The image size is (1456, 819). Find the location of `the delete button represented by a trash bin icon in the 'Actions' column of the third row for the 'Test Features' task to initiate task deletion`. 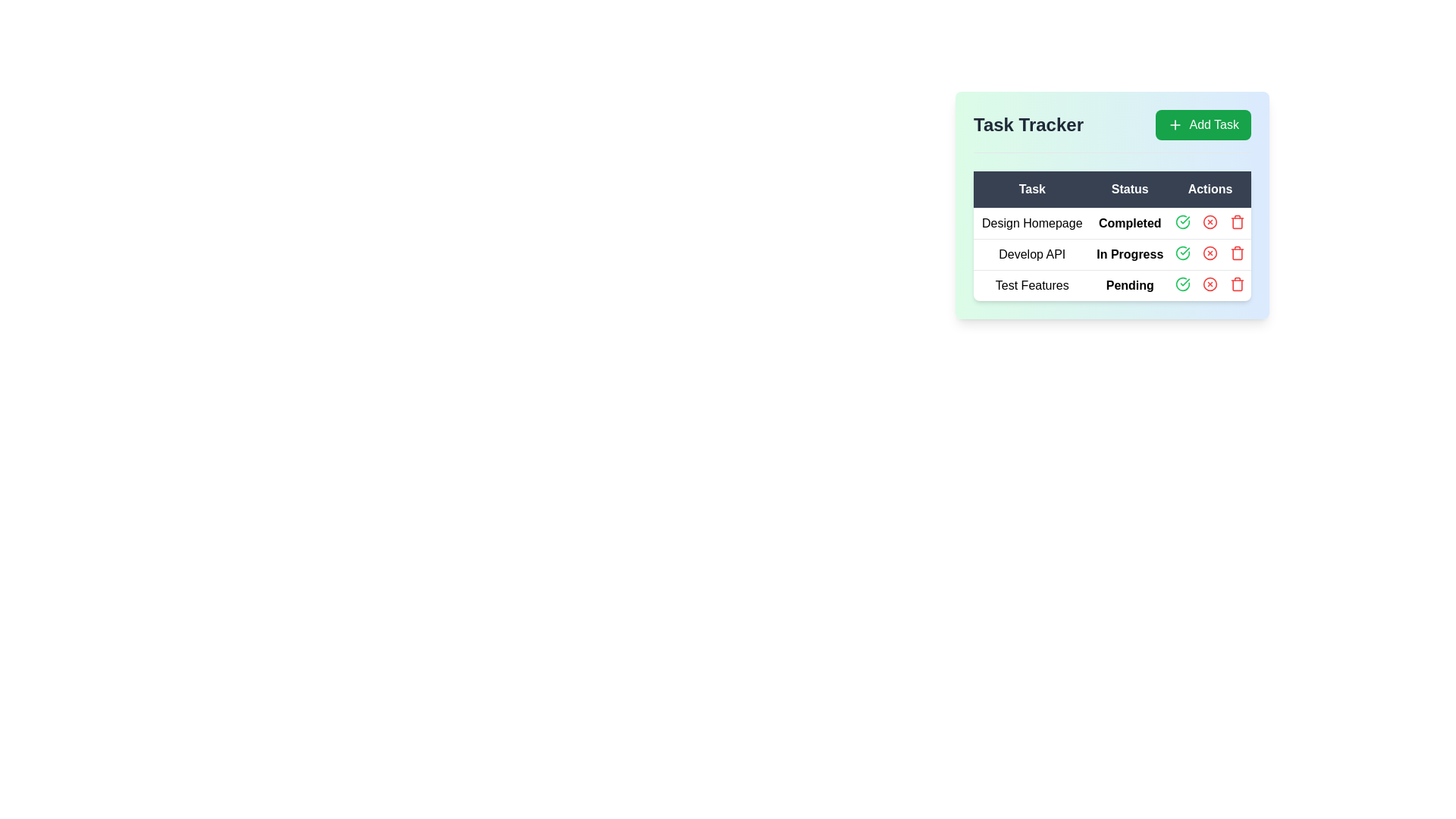

the delete button represented by a trash bin icon in the 'Actions' column of the third row for the 'Test Features' task to initiate task deletion is located at coordinates (1238, 284).